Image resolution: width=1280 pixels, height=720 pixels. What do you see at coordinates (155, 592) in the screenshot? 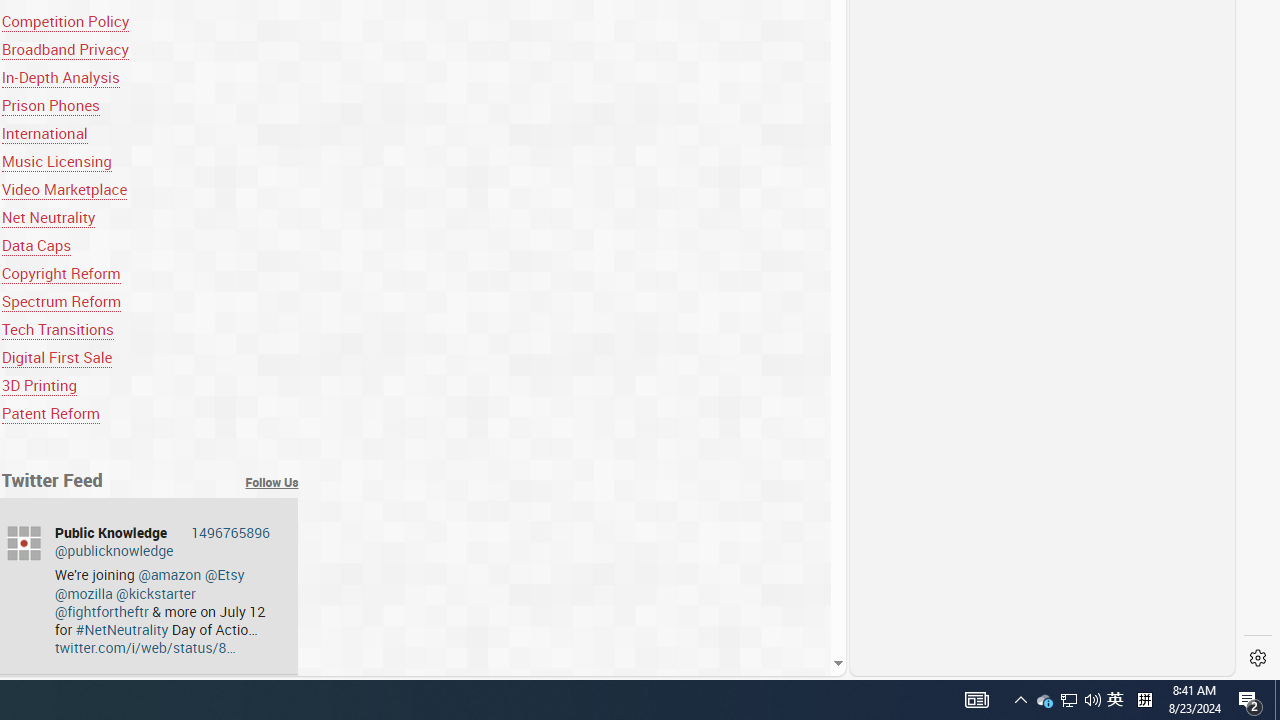
I see `'@kickstarter'` at bounding box center [155, 592].